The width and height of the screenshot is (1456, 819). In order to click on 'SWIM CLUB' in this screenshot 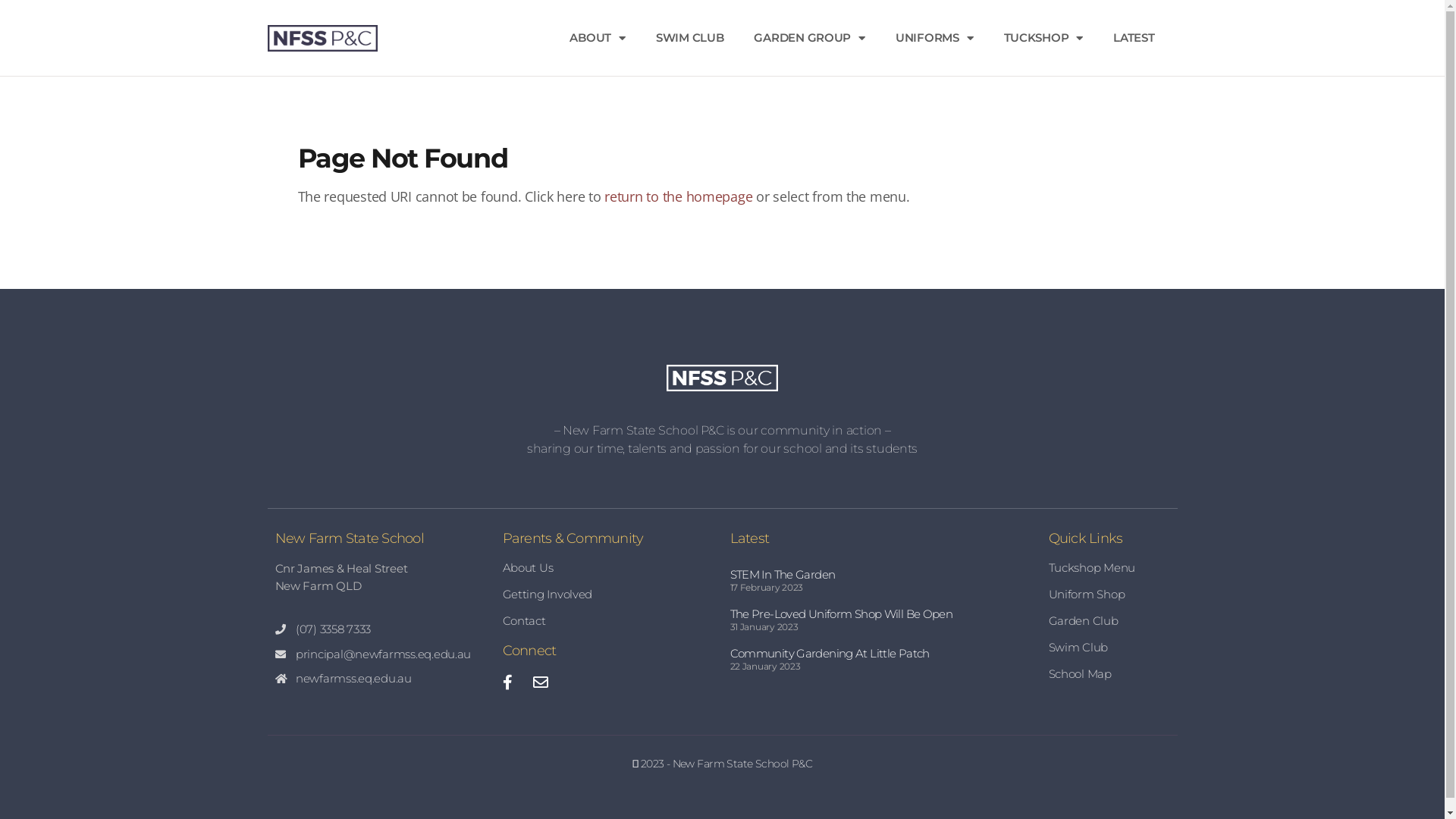, I will do `click(689, 37)`.